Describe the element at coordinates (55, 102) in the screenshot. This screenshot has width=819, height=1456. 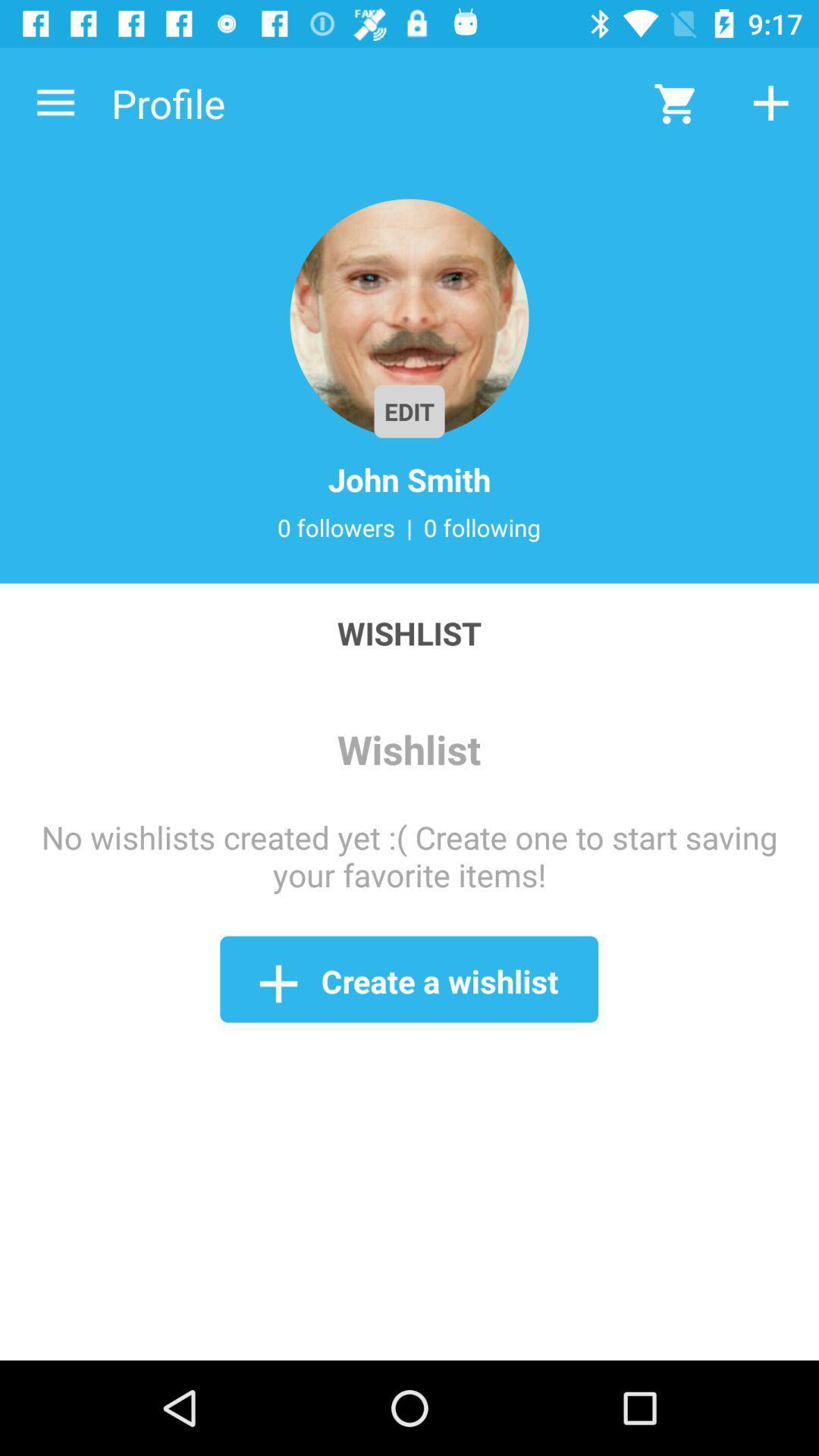
I see `the icon next to the profile icon` at that location.